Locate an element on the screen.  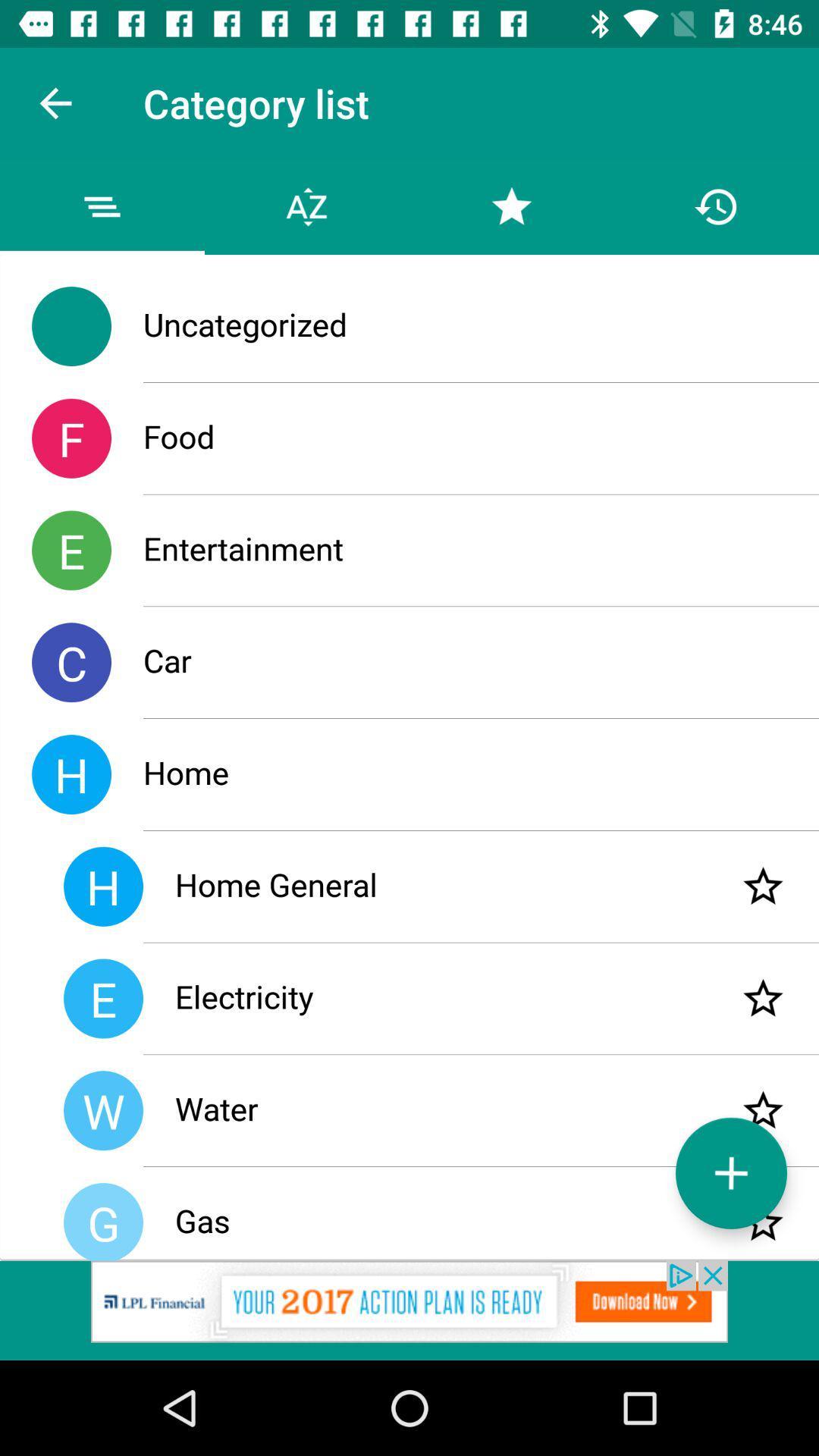
a category is located at coordinates (730, 1172).